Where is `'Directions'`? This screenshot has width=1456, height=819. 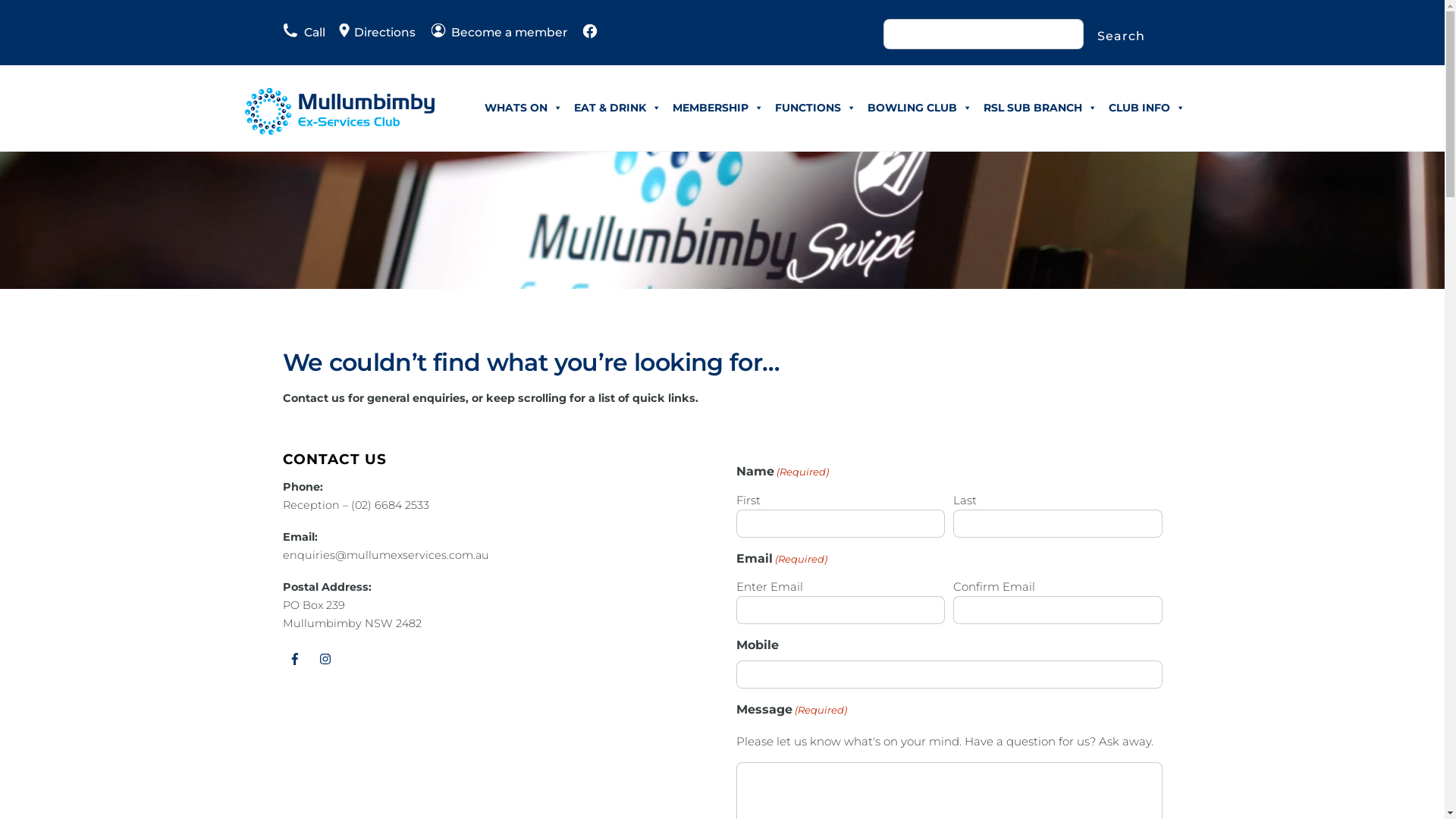
'Directions' is located at coordinates (369, 32).